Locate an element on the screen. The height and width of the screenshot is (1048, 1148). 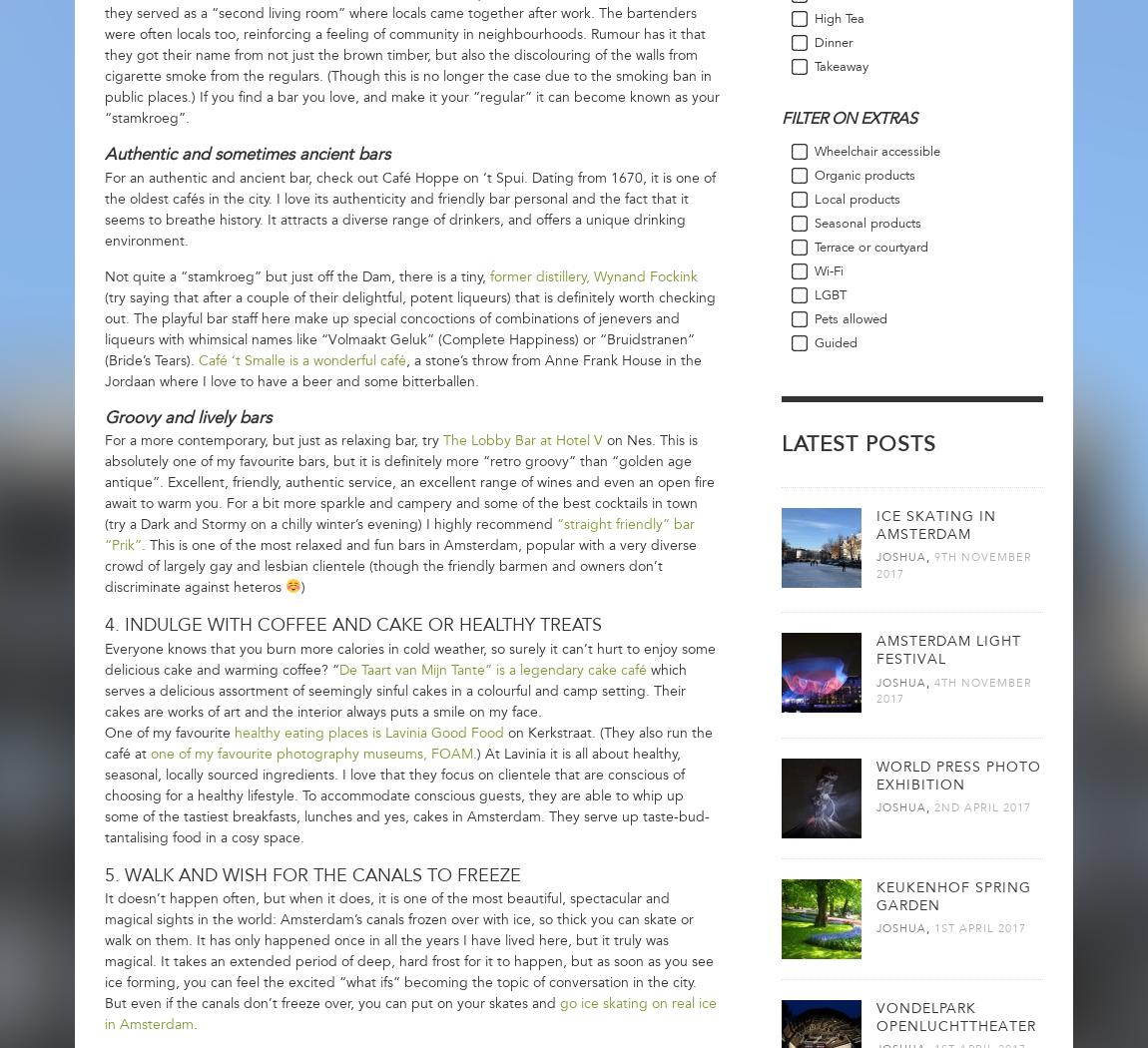
'Everyone knows that you burn more calories in cold weather, so surely it can’t hurt to enjoy some delicious cake and warming coffee? “' is located at coordinates (103, 658).